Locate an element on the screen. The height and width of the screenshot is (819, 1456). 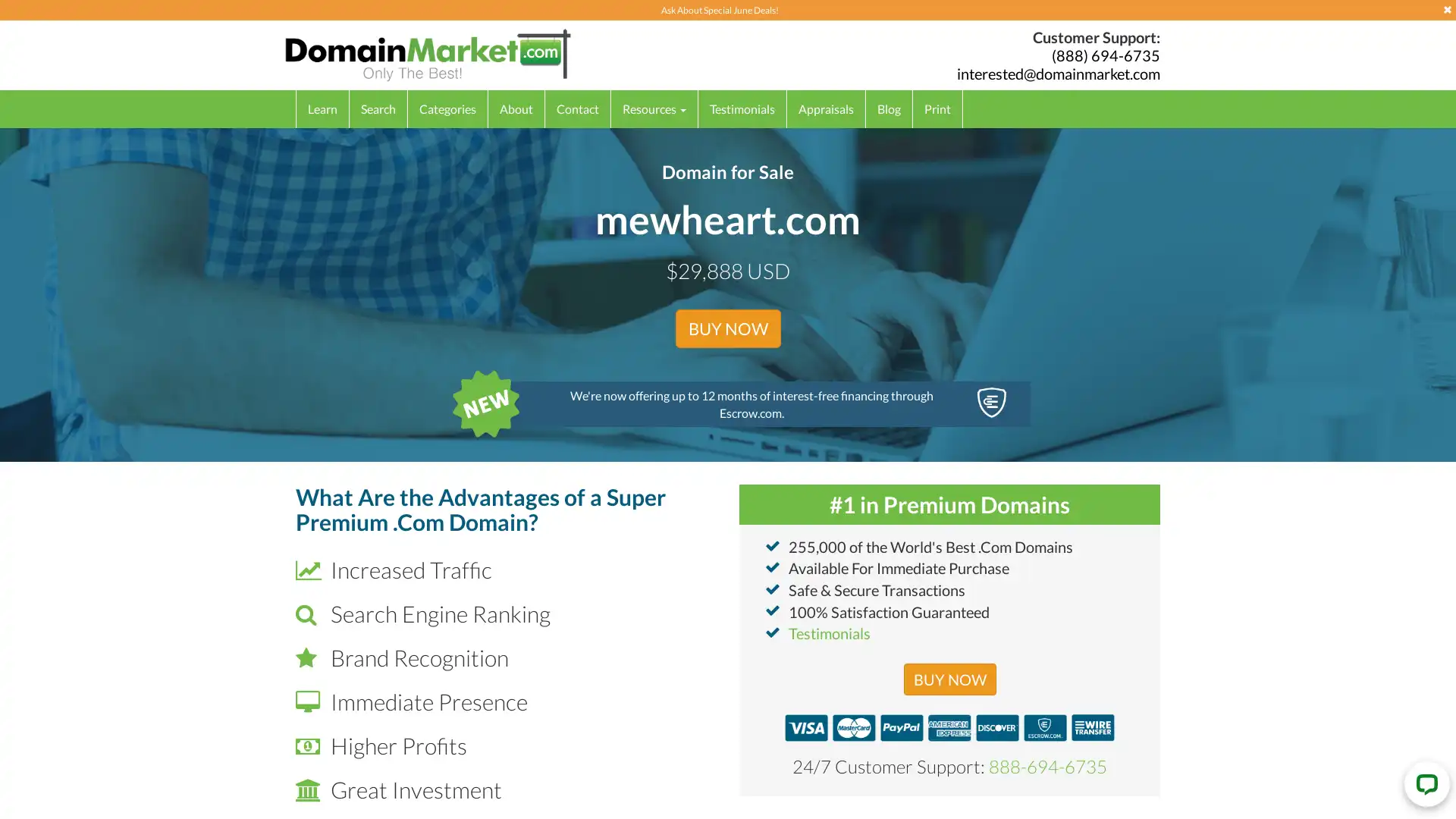
Resources is located at coordinates (654, 108).